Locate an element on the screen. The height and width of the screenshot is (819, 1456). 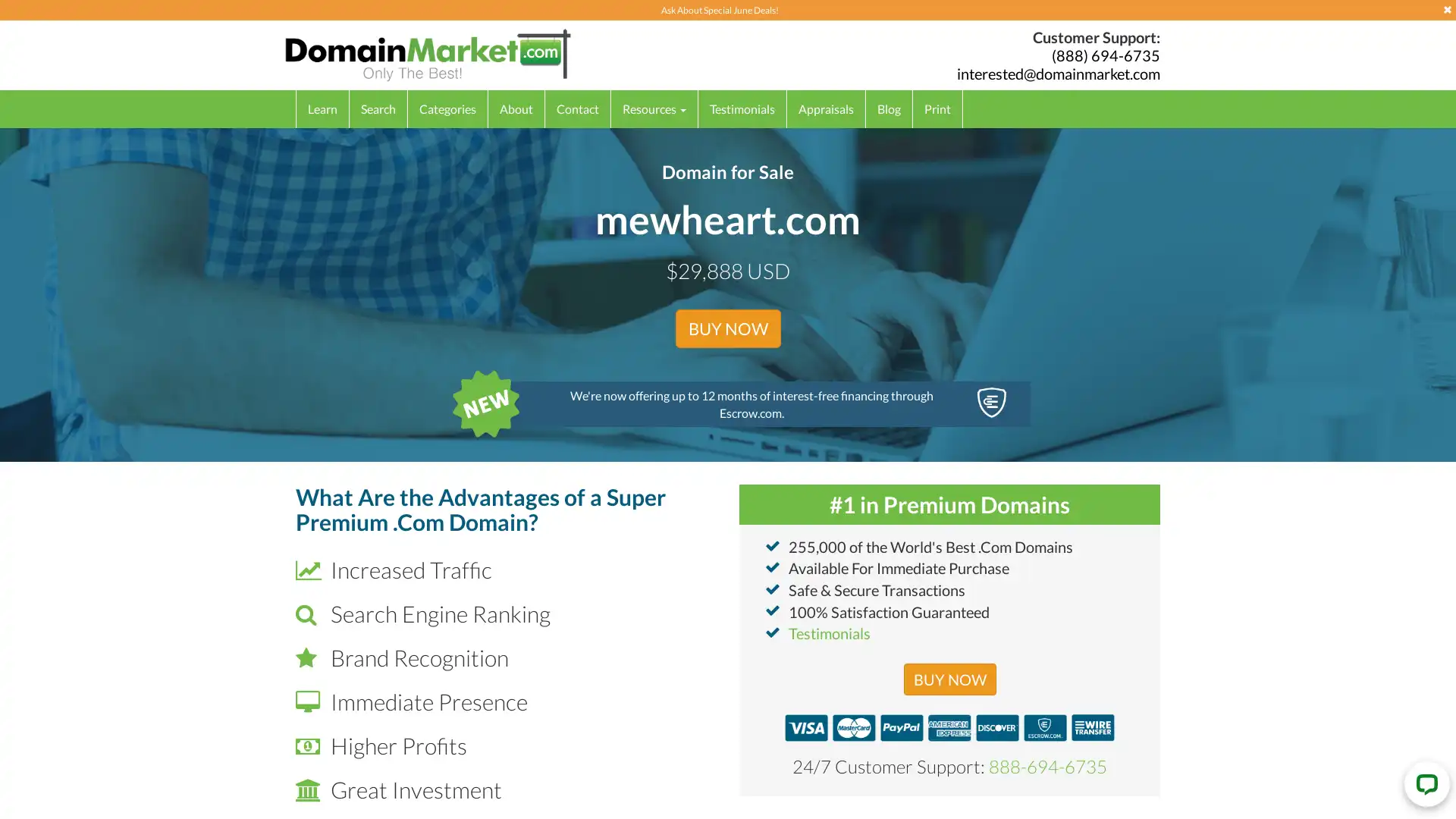
Resources is located at coordinates (654, 108).